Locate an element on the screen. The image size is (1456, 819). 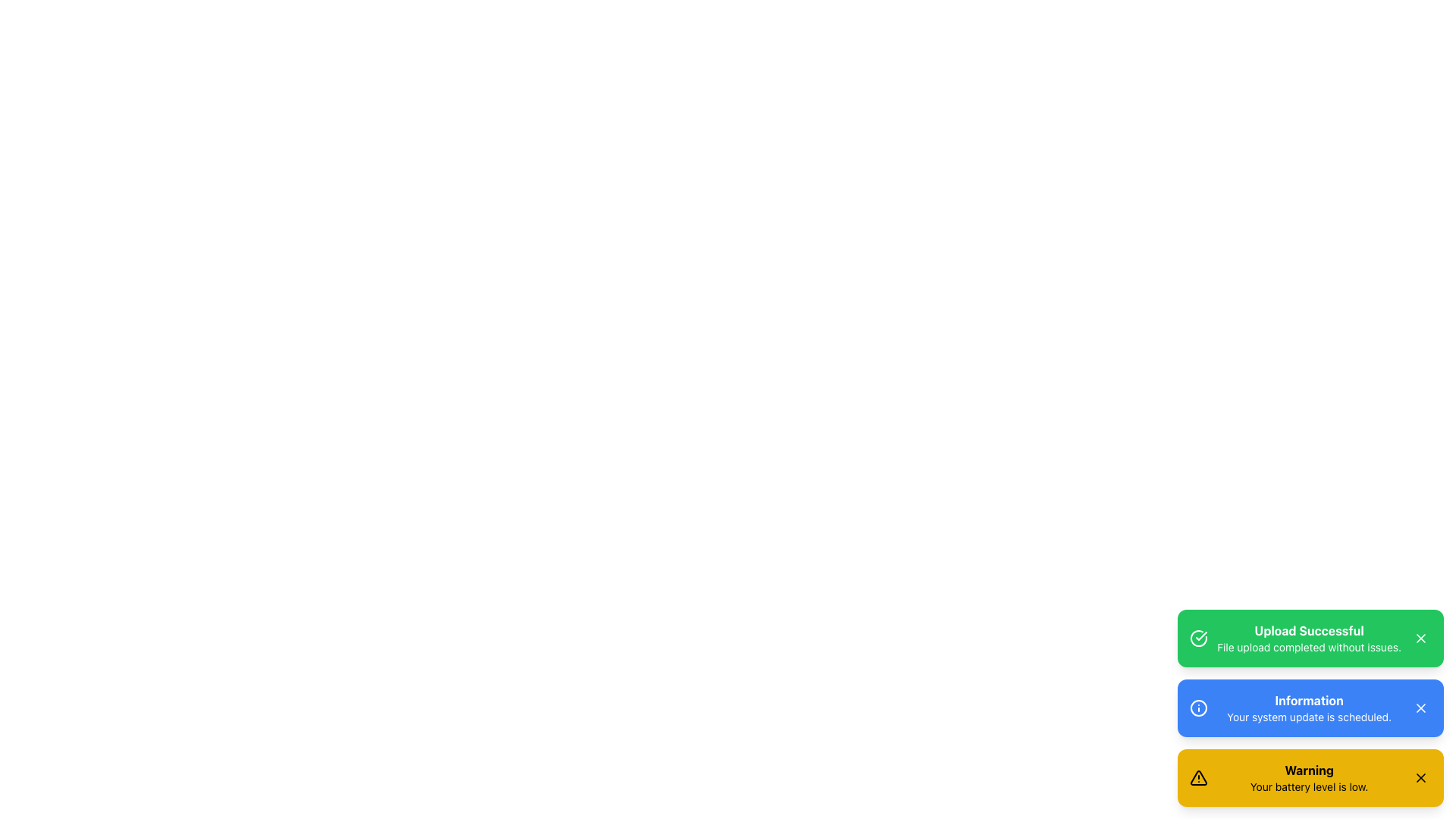
the outlined SVG Circle Element within the 'Information' icon on the blue notification card is located at coordinates (1198, 708).